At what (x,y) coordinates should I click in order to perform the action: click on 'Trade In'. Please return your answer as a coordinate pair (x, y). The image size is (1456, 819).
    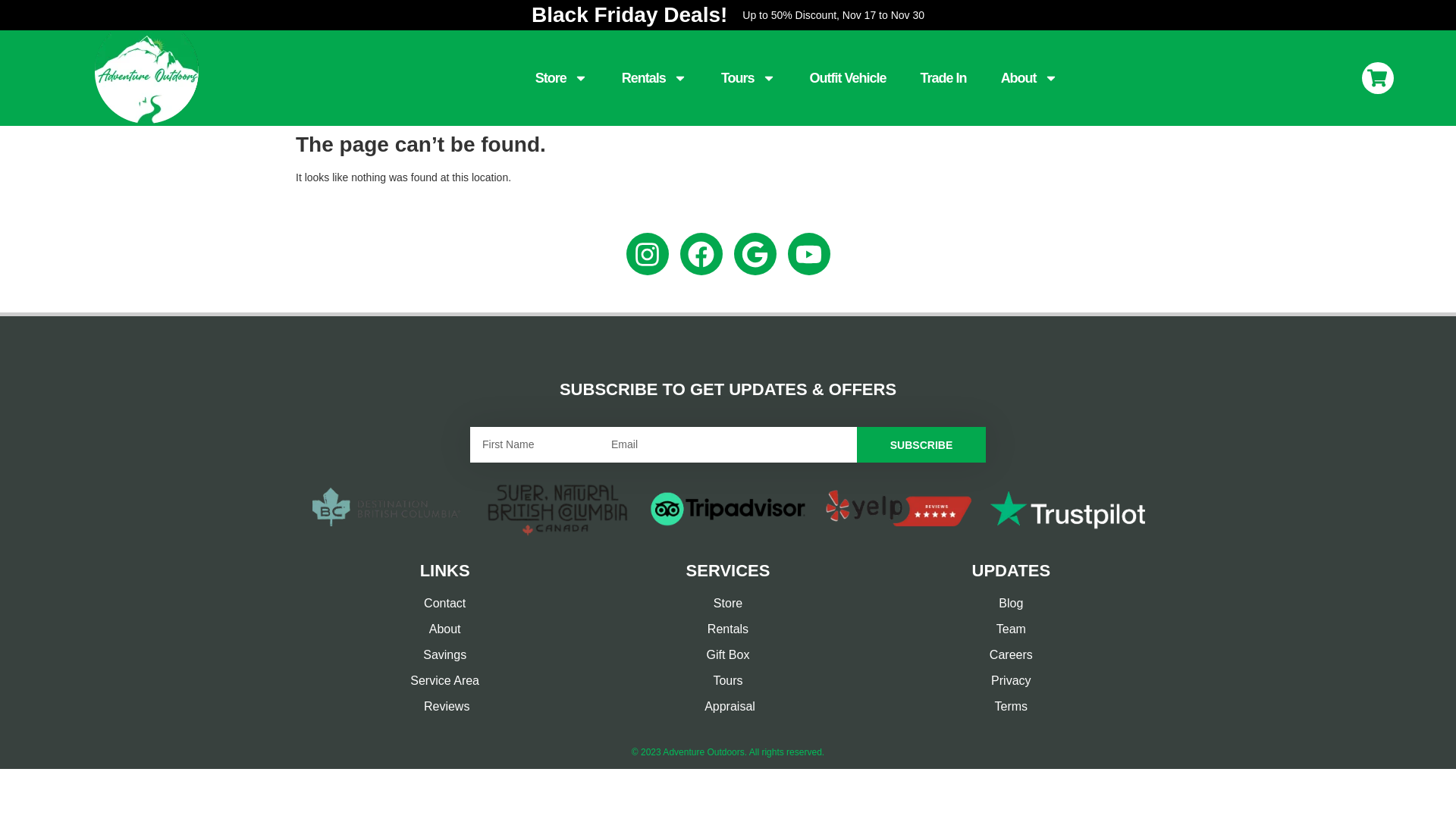
    Looking at the image, I should click on (943, 78).